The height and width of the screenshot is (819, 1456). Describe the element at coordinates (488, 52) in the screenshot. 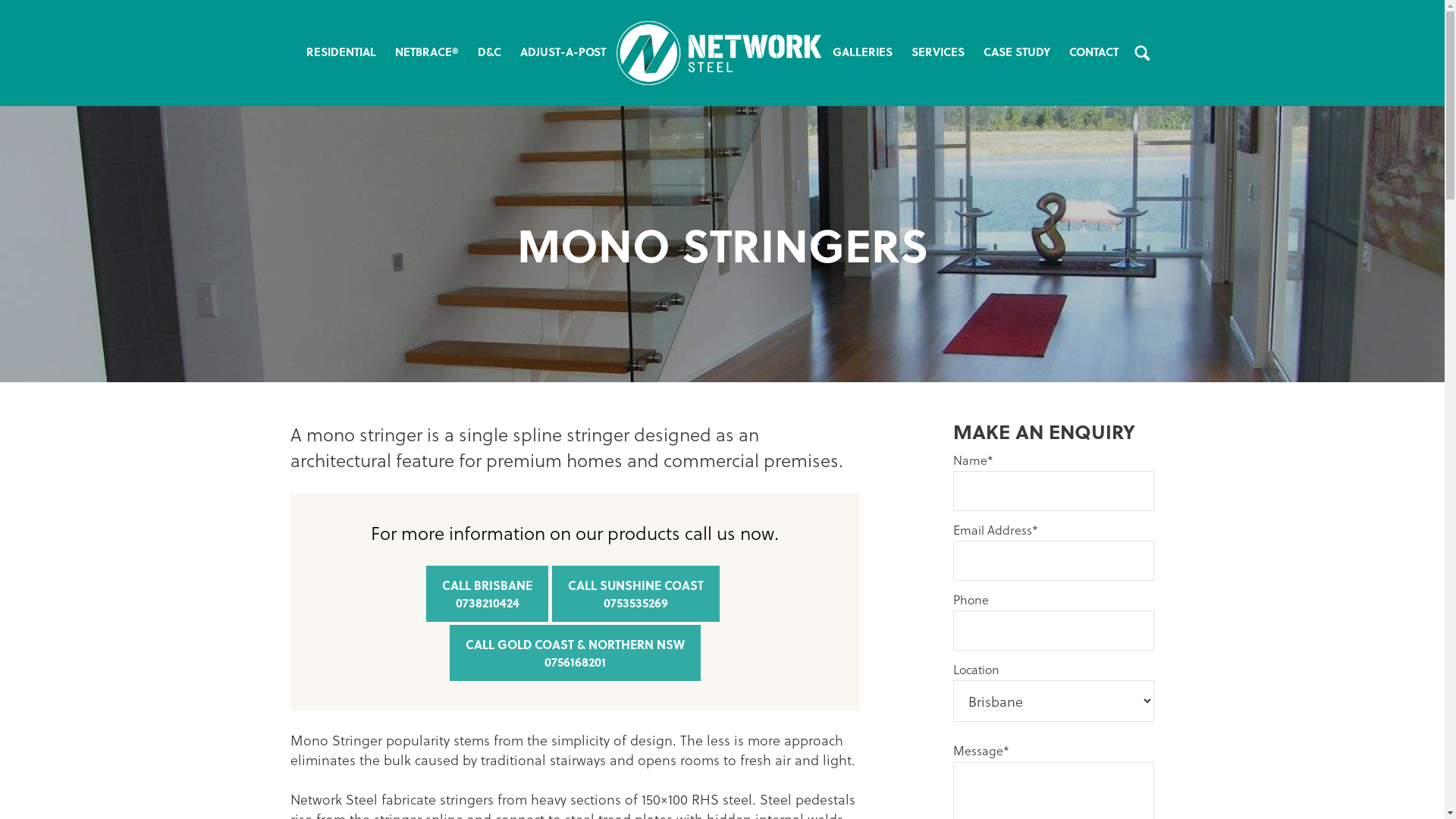

I see `'D&C'` at that location.